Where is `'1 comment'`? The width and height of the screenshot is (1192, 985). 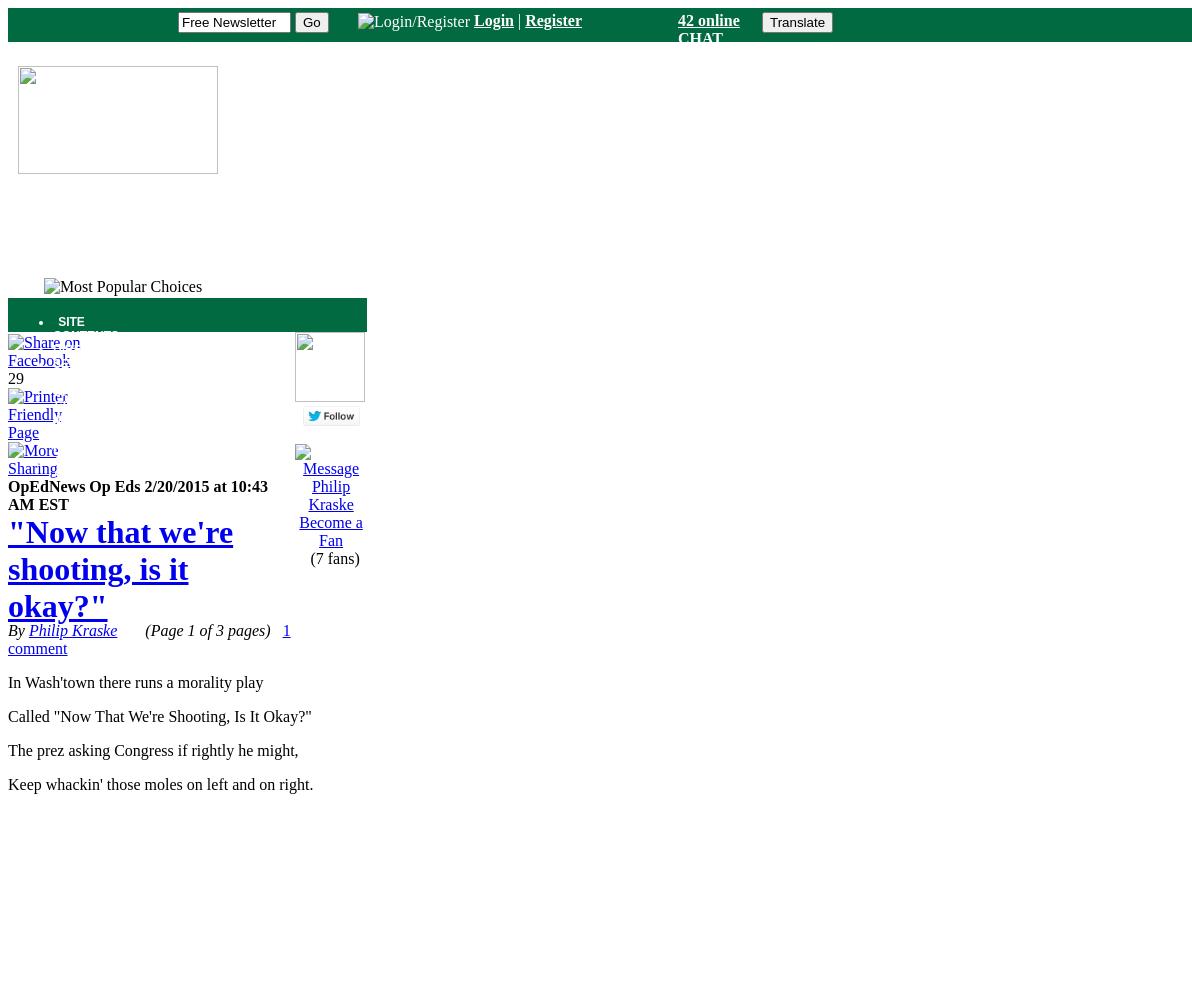 '1 comment' is located at coordinates (149, 638).